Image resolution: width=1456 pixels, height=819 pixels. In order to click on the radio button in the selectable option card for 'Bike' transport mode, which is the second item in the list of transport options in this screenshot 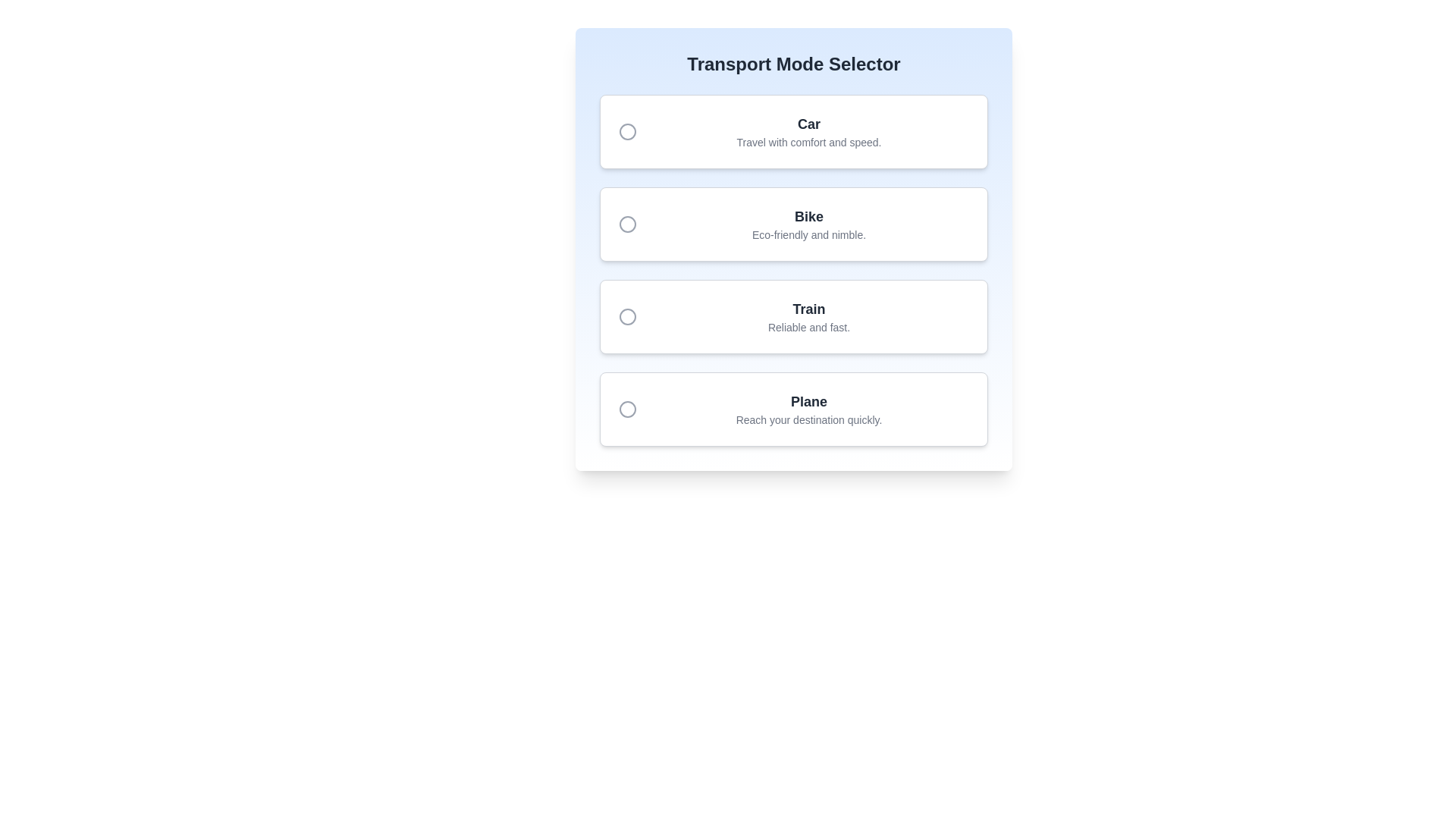, I will do `click(792, 224)`.